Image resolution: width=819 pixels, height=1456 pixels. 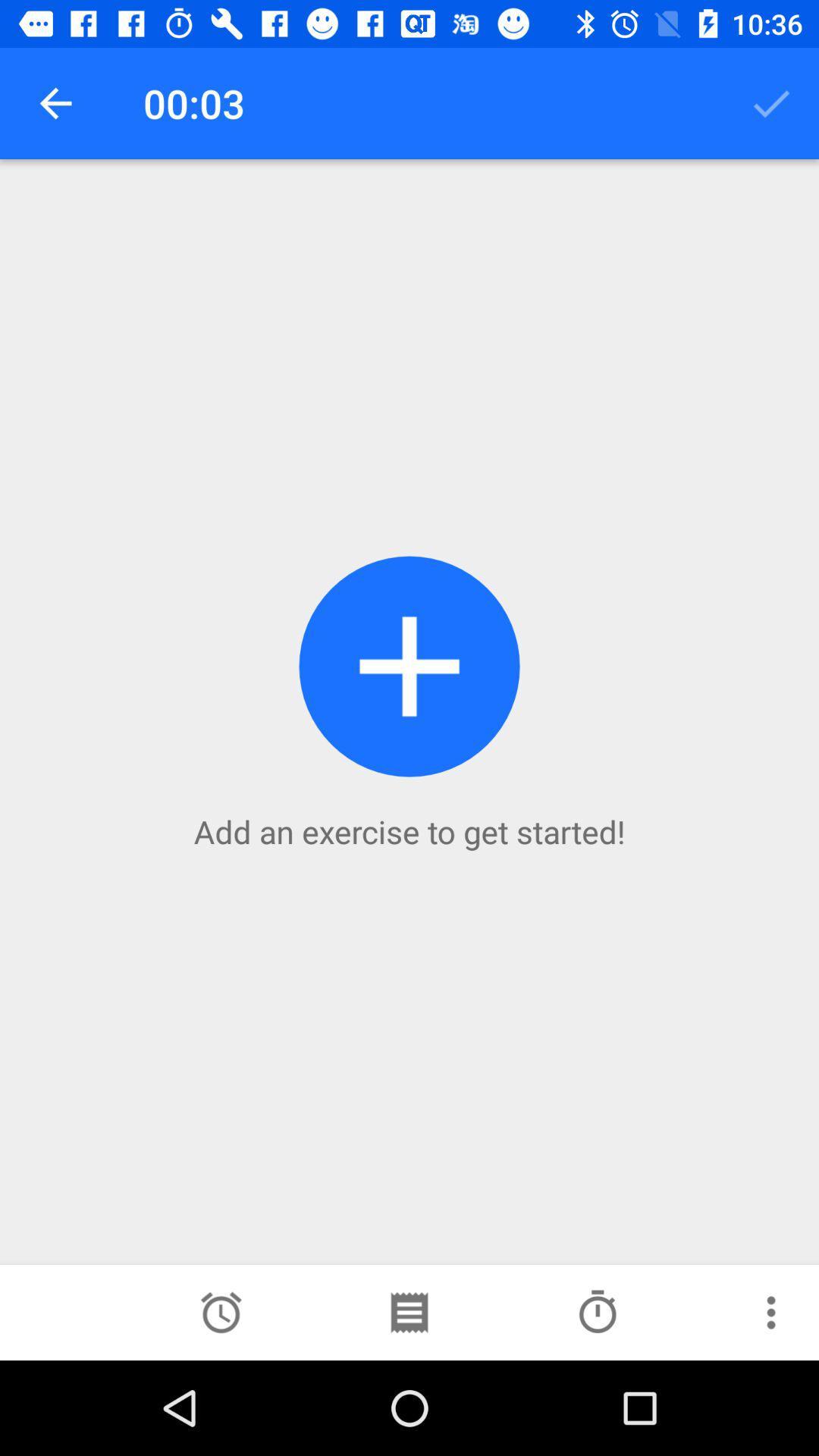 What do you see at coordinates (771, 102) in the screenshot?
I see `the item next to the 00:03 item` at bounding box center [771, 102].